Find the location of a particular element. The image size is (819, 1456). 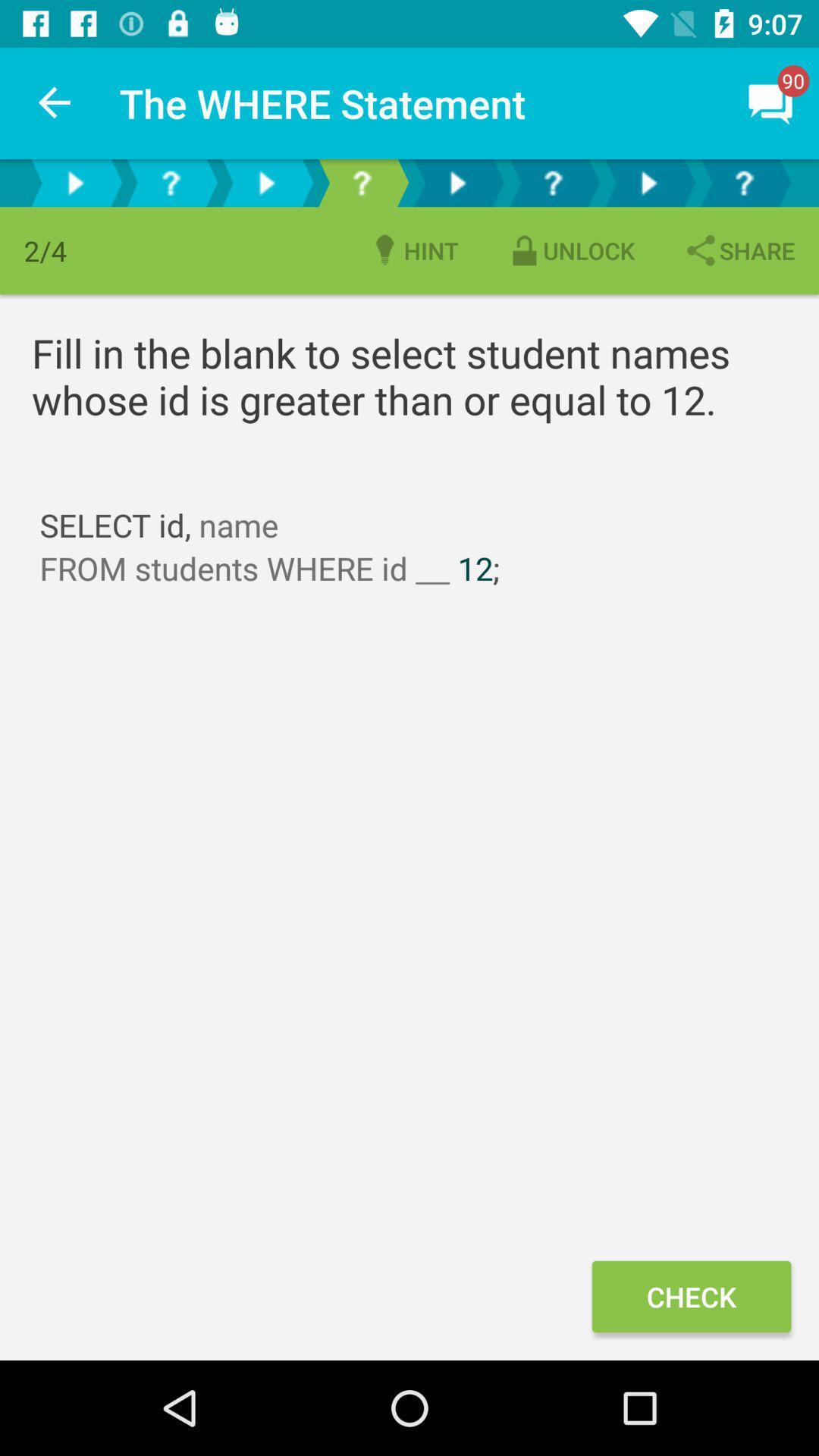

the help icon is located at coordinates (553, 182).